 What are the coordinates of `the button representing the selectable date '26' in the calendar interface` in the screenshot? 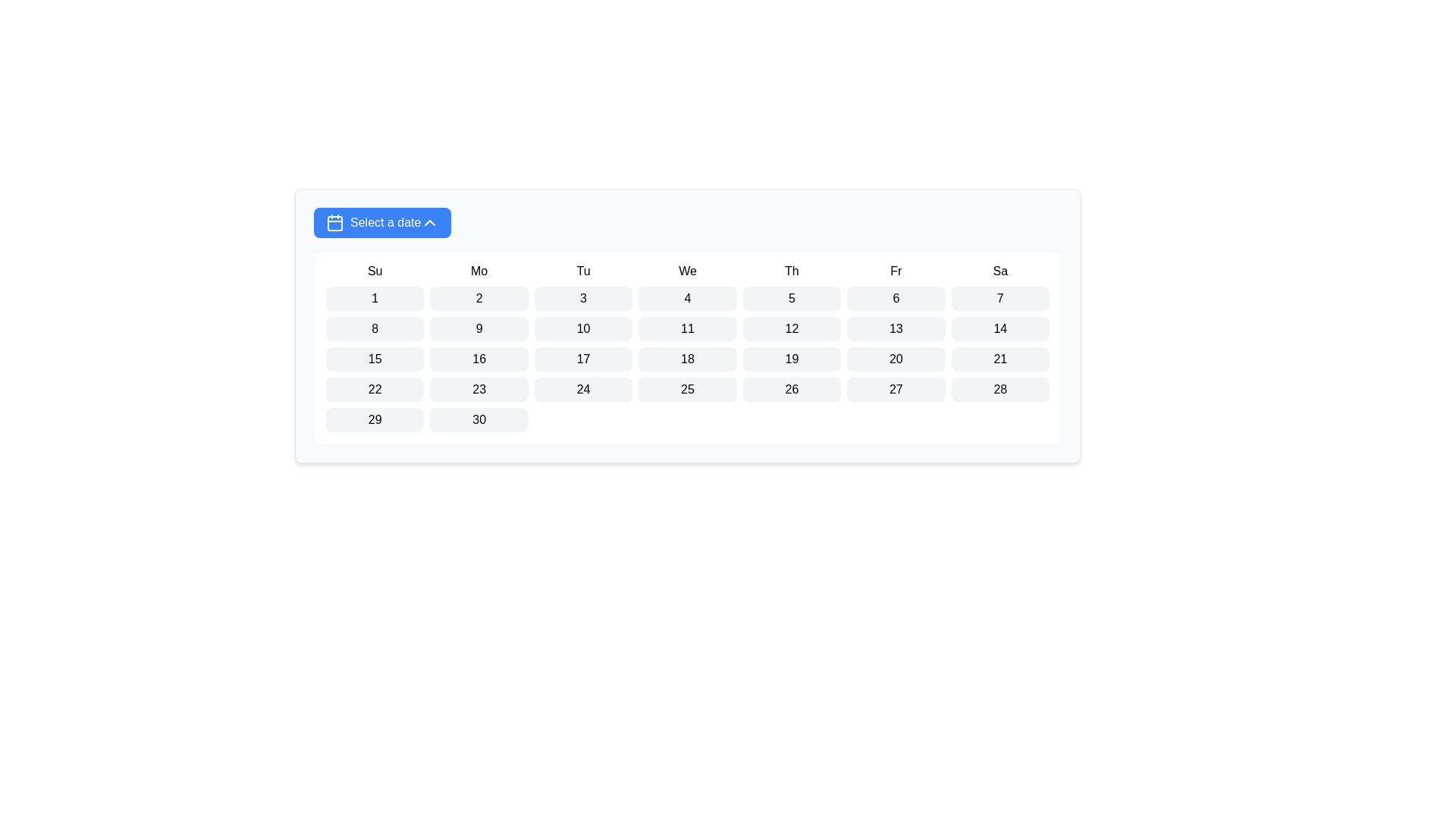 It's located at (791, 388).